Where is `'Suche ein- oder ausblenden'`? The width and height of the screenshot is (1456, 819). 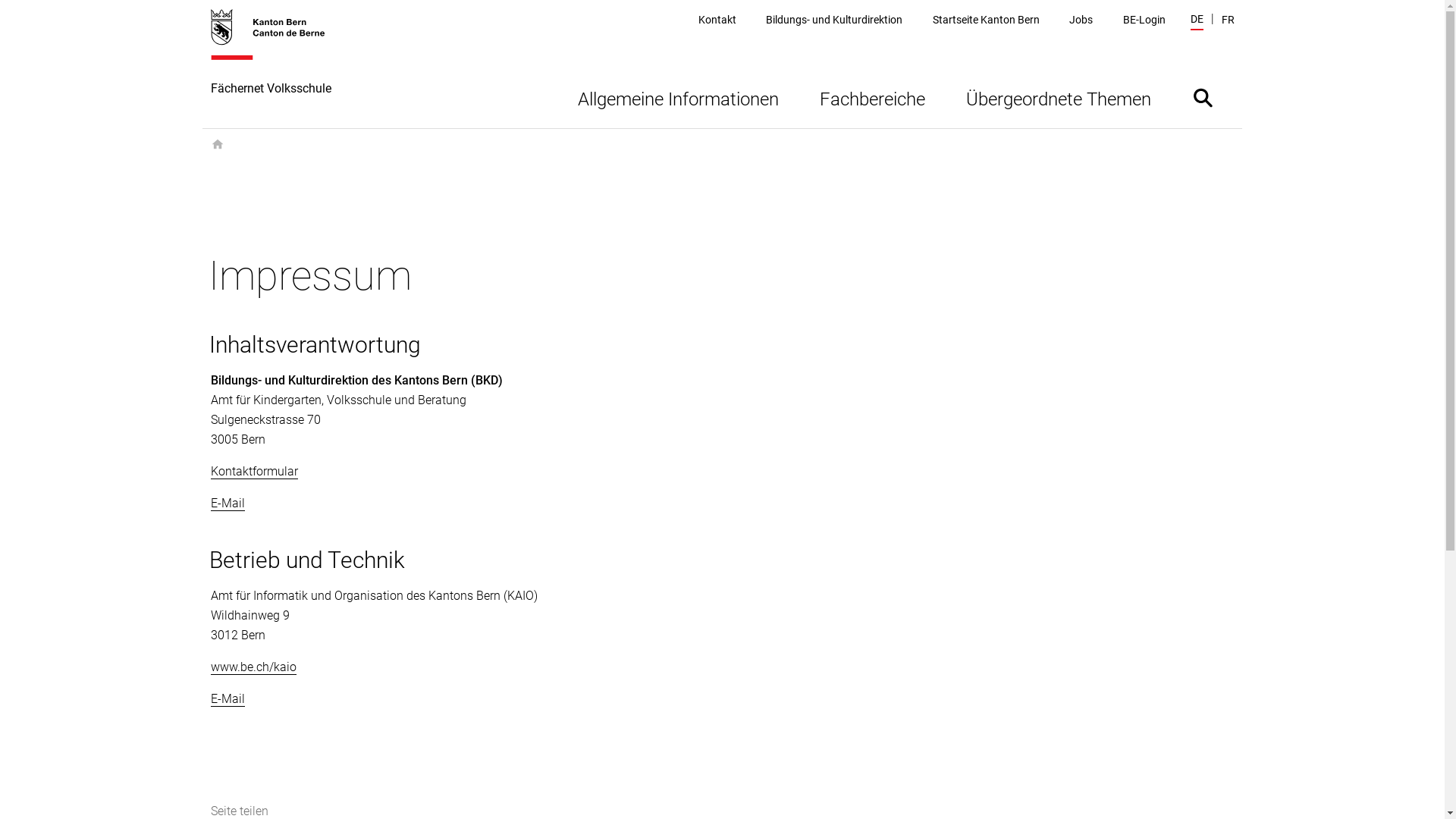
'Suche ein- oder ausblenden' is located at coordinates (1201, 97).